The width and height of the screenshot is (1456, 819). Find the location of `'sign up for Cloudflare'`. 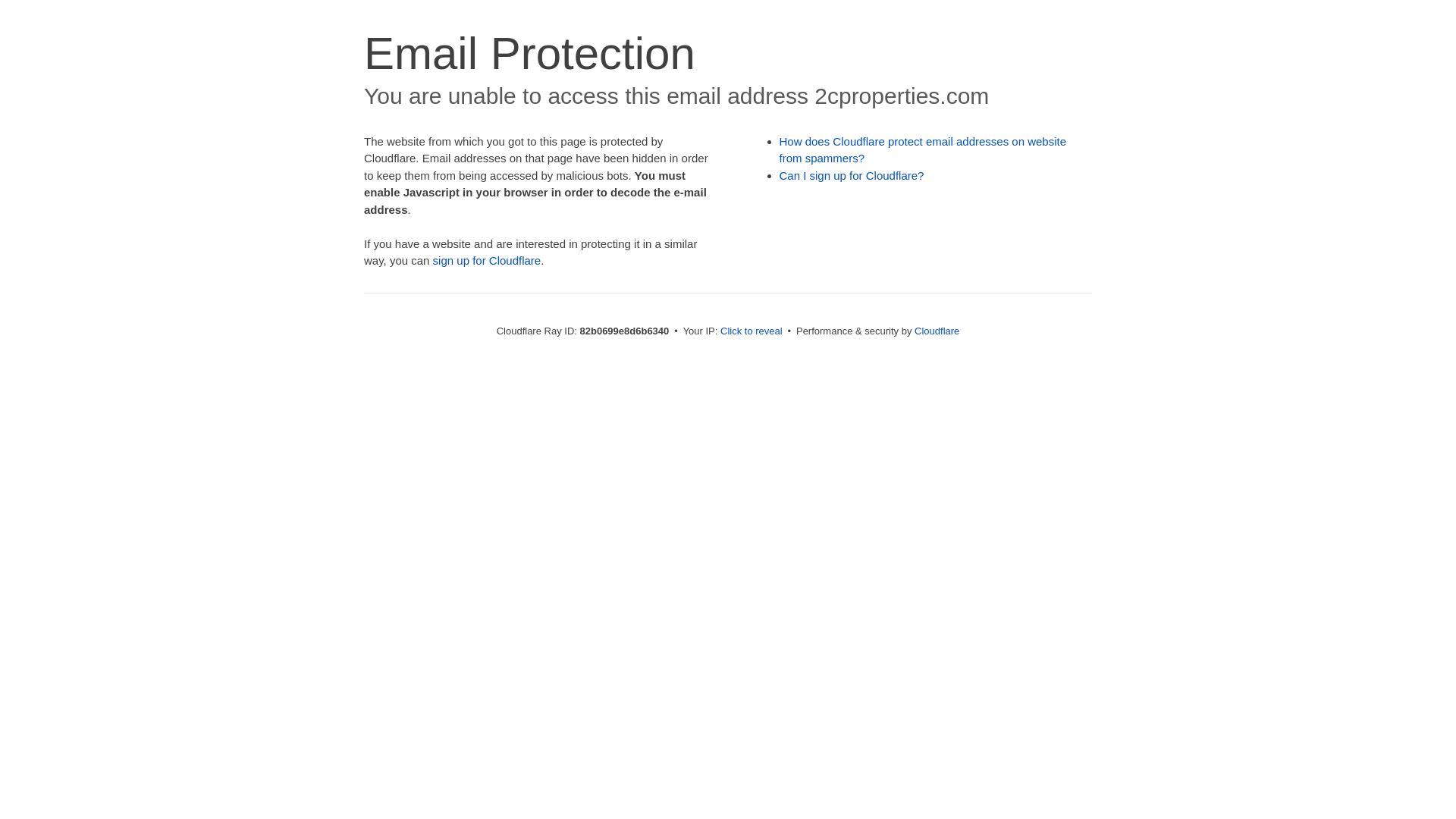

'sign up for Cloudflare' is located at coordinates (487, 259).